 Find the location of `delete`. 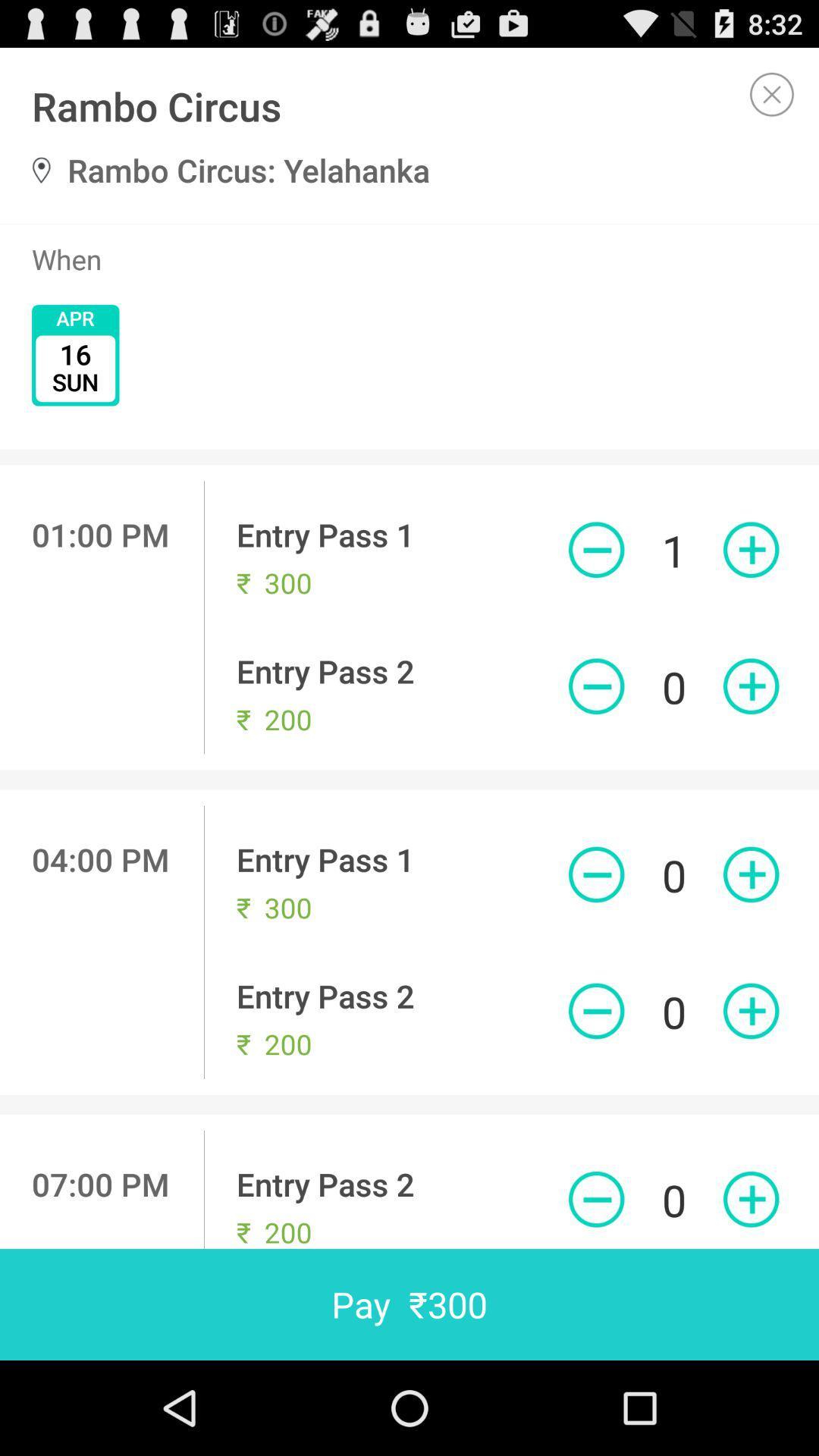

delete is located at coordinates (595, 686).